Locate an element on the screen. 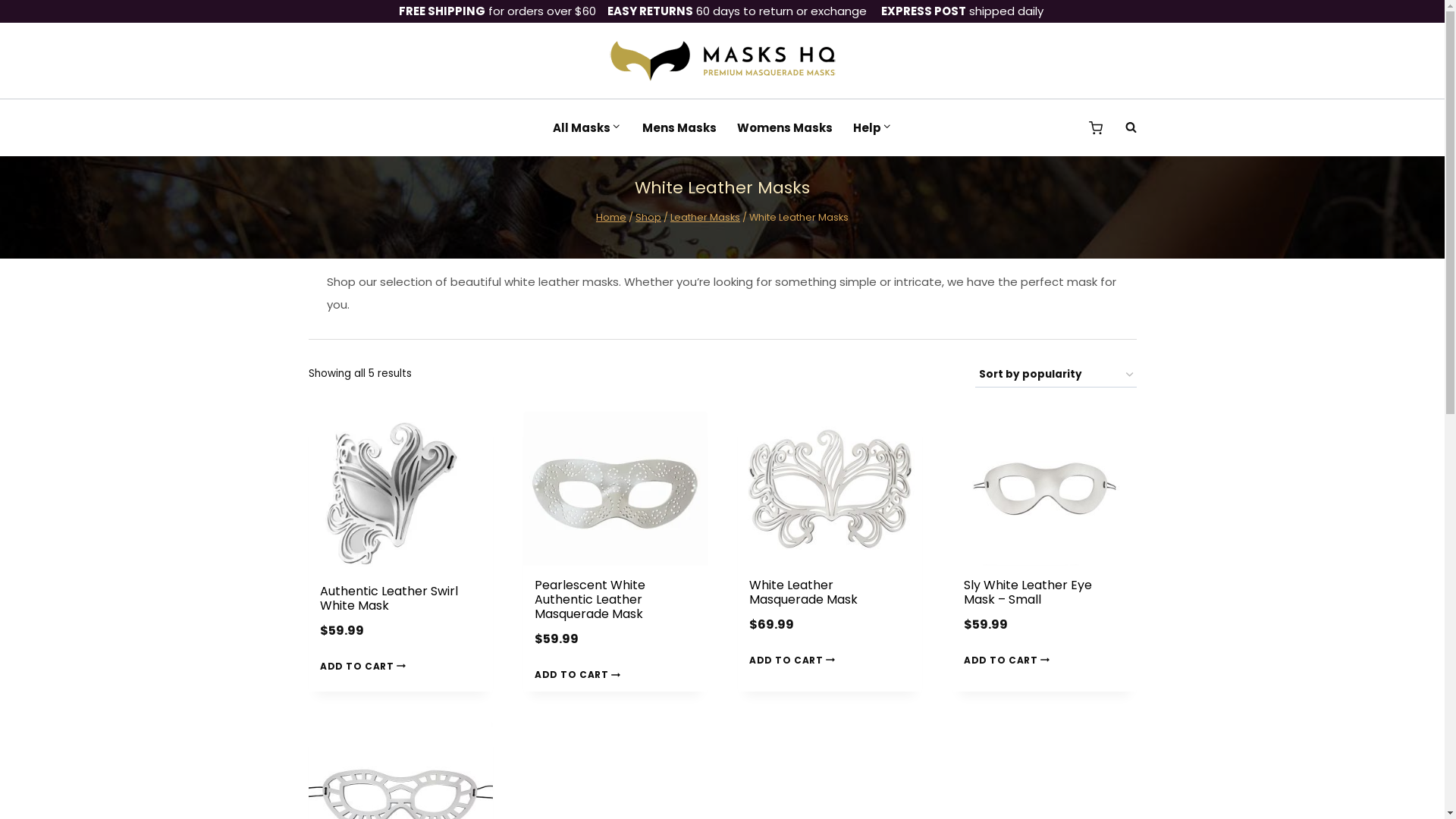  'ADD TO CART' is located at coordinates (365, 665).